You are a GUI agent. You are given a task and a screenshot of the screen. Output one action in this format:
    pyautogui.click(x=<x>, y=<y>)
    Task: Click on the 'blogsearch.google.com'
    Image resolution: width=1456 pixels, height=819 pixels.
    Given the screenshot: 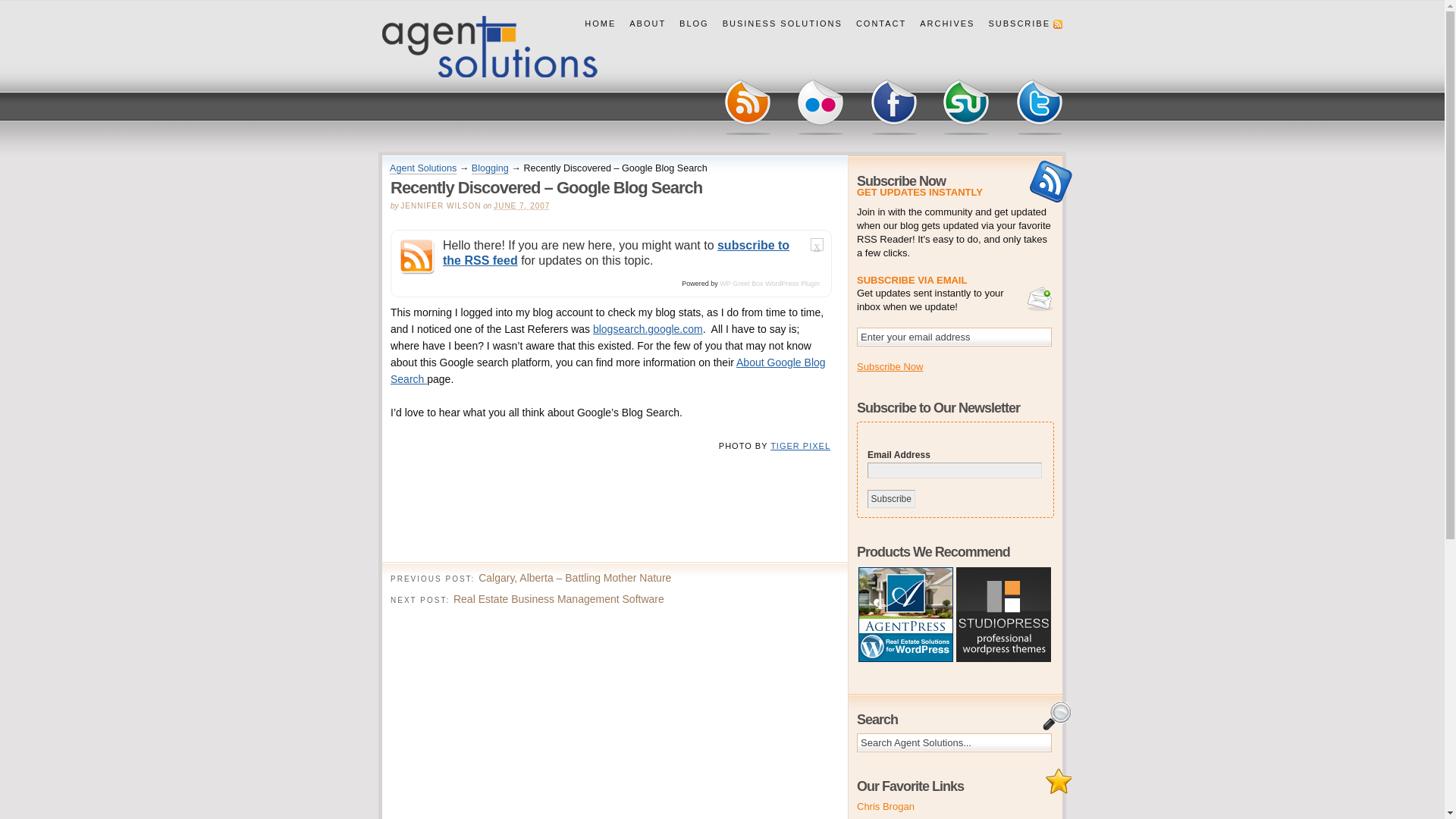 What is the action you would take?
    pyautogui.click(x=648, y=328)
    